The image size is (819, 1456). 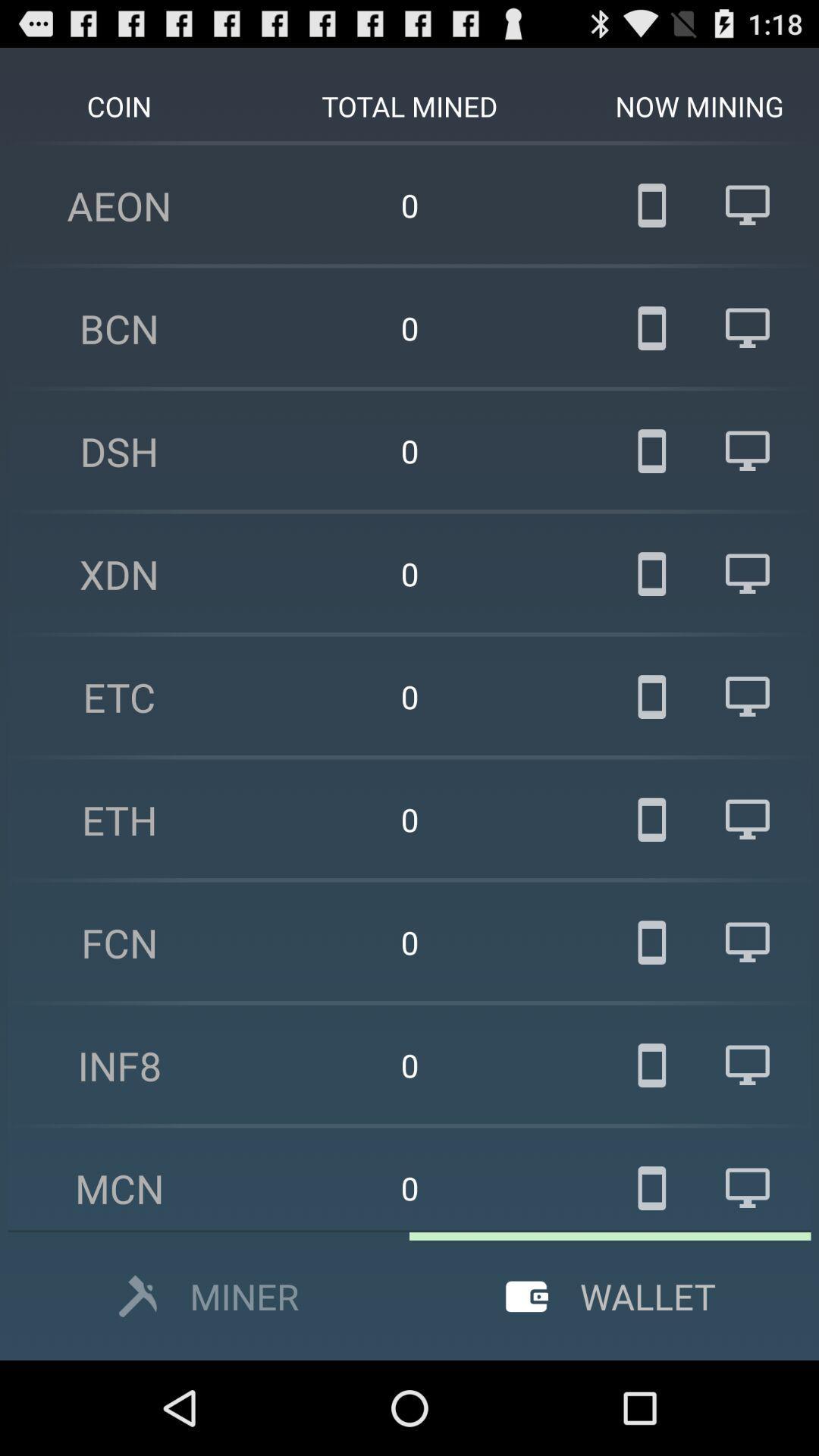 I want to click on the wallet icon, so click(x=526, y=1294).